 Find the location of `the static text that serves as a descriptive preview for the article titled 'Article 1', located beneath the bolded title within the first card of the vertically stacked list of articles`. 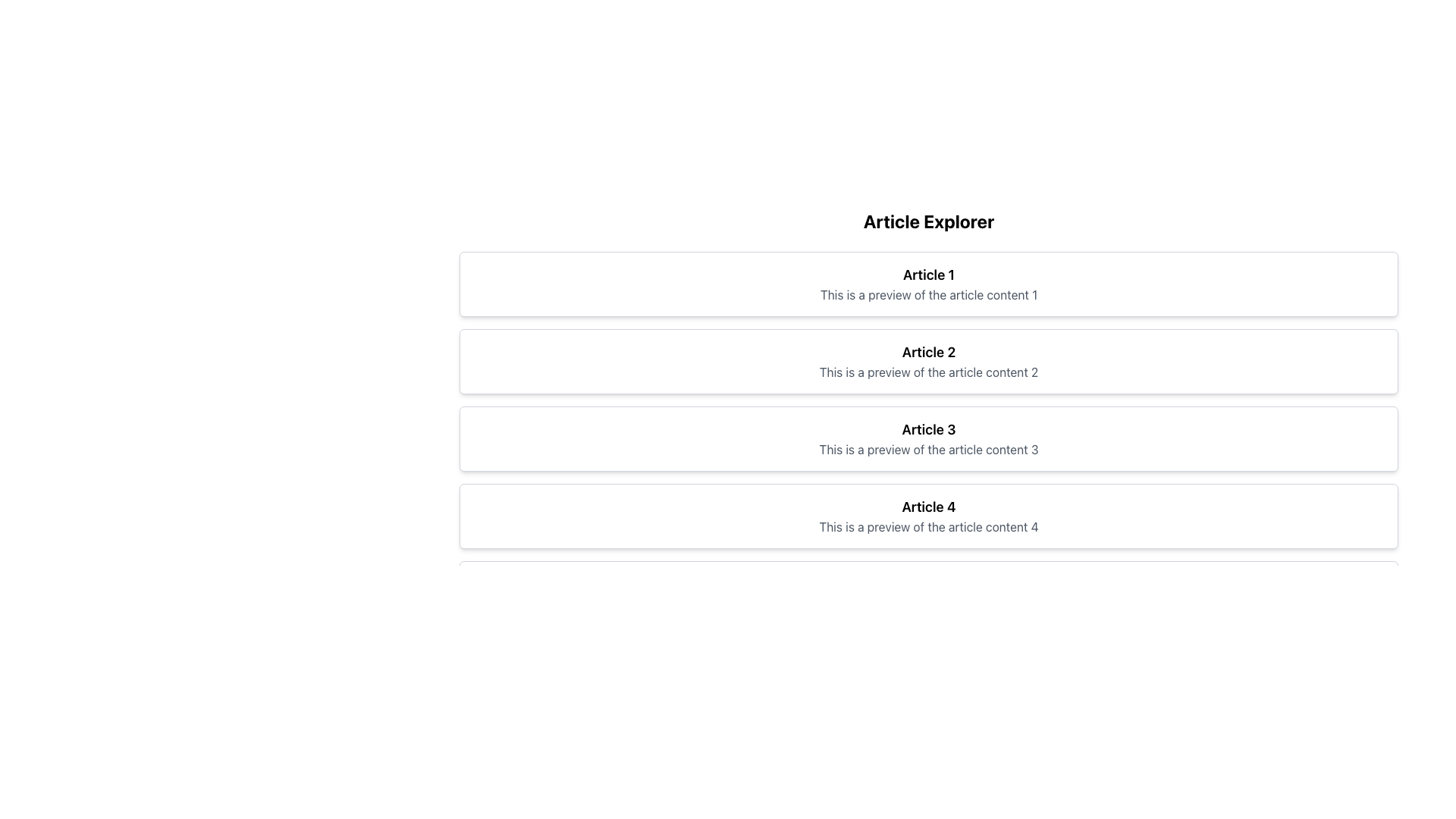

the static text that serves as a descriptive preview for the article titled 'Article 1', located beneath the bolded title within the first card of the vertically stacked list of articles is located at coordinates (927, 295).